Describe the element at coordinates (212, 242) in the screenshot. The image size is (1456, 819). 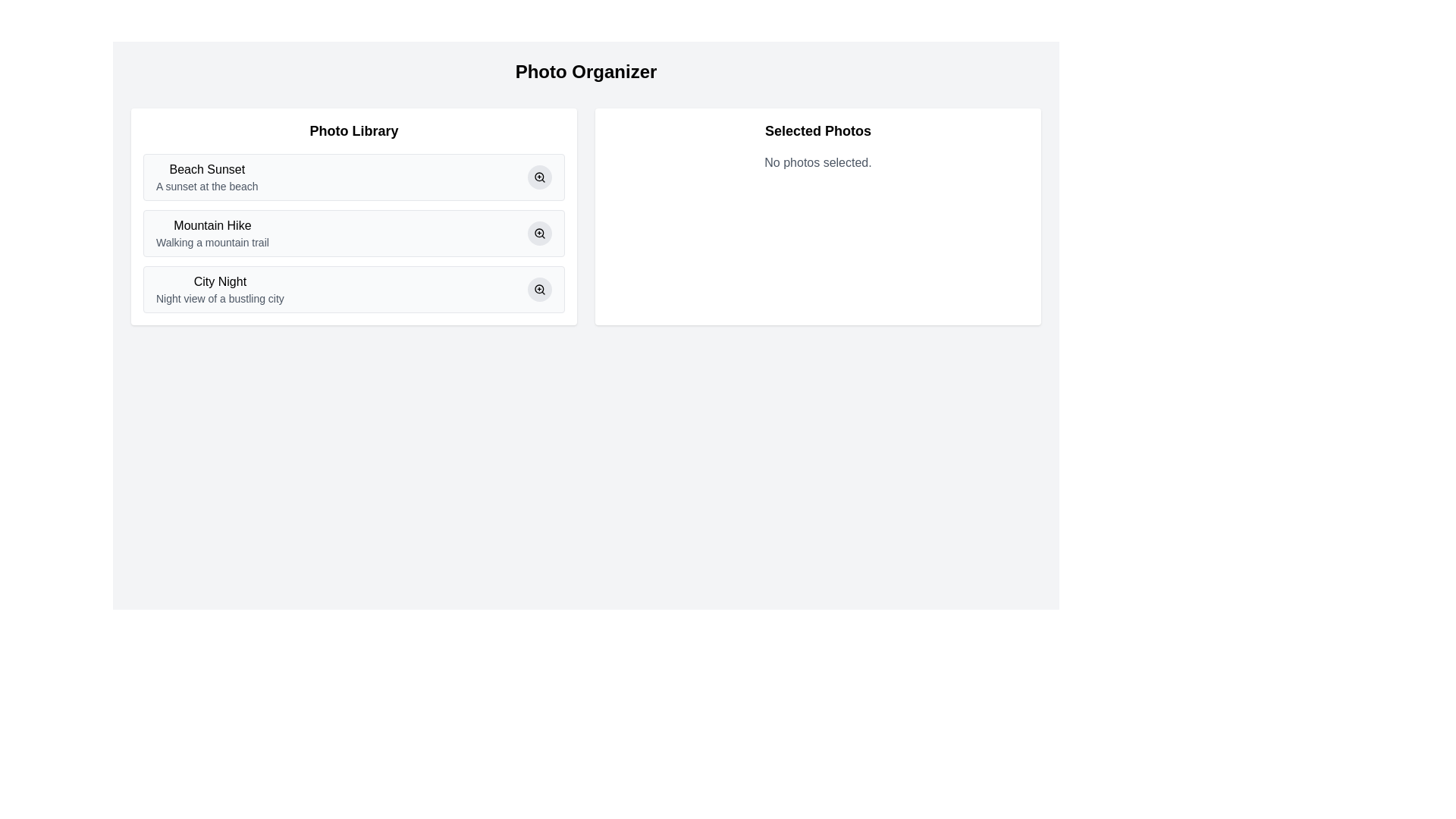
I see `the text label 'Walking a mountain trail' located beneath the heading 'Mountain Hike' in the Photo Library section` at that location.